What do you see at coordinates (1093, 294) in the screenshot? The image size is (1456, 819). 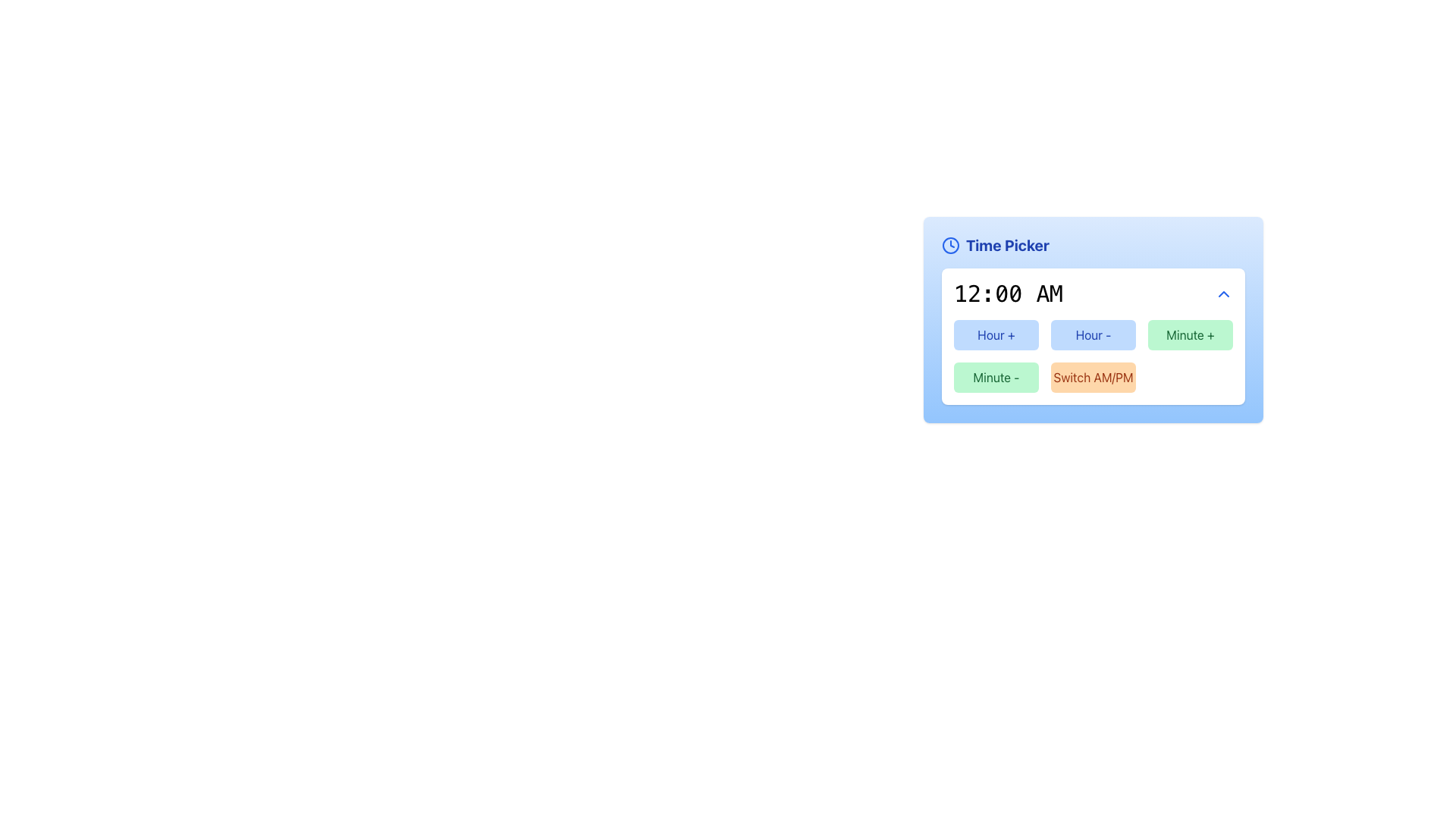 I see `the dropdown button of the Date/Time Display and Control` at bounding box center [1093, 294].